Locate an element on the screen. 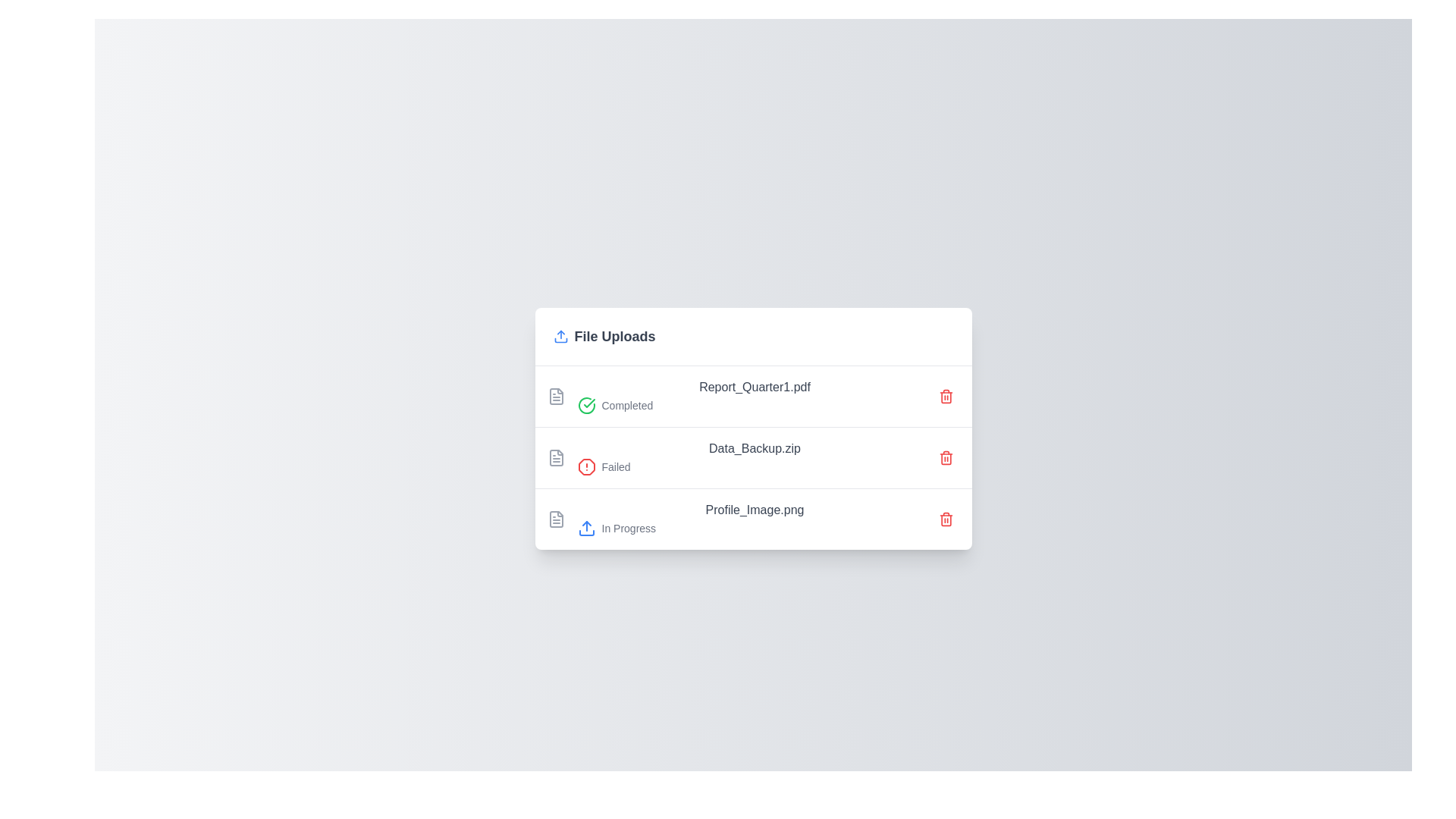  the document icon representing 'Report_Quarter1.pdf', which is the first icon in the file list, located to the left of the file name and above the status indicator 'Completed' is located at coordinates (555, 395).